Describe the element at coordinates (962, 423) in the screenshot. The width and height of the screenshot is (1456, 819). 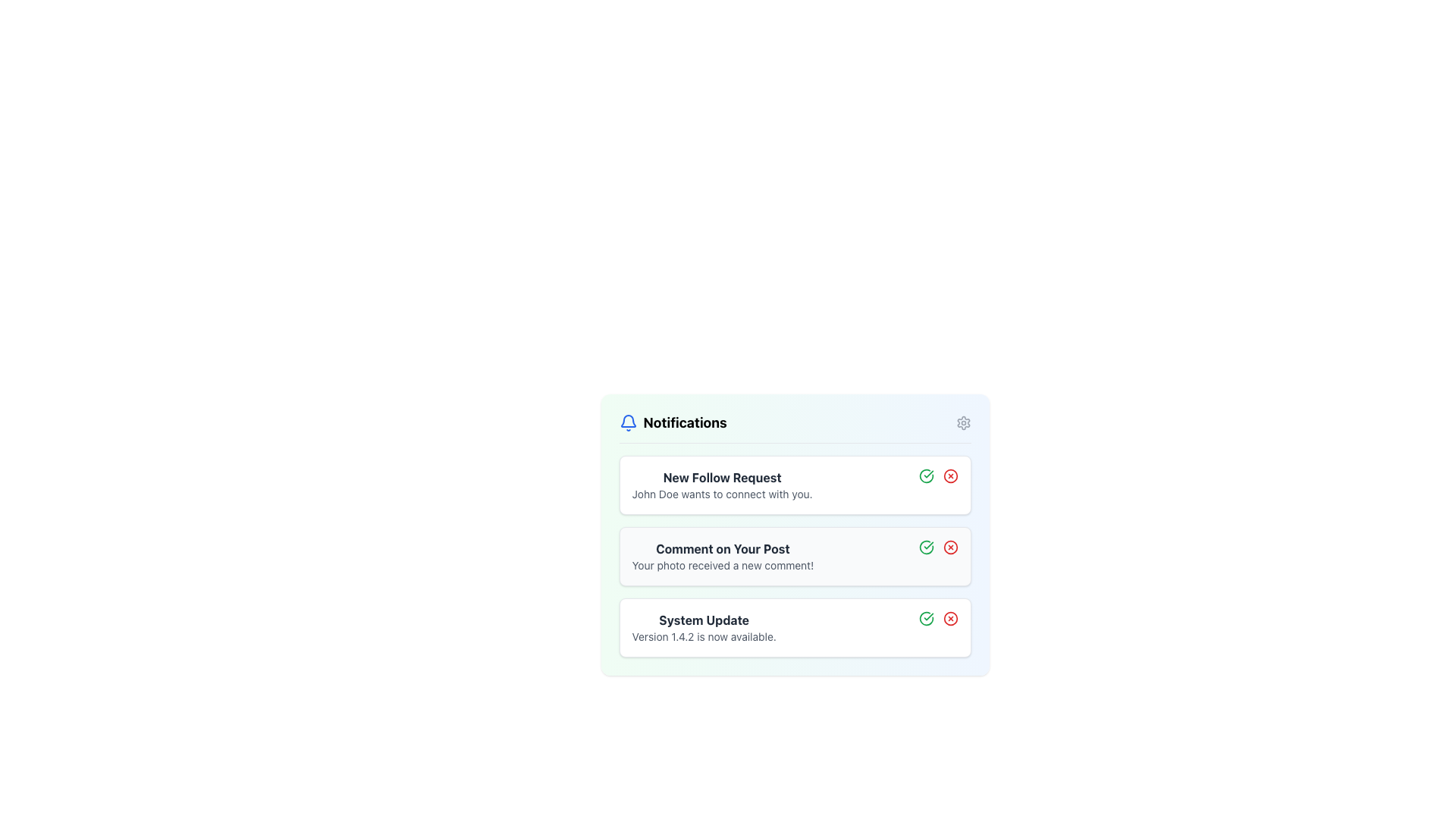
I see `the settings button located in the top-right corner of the 'Notifications' section` at that location.